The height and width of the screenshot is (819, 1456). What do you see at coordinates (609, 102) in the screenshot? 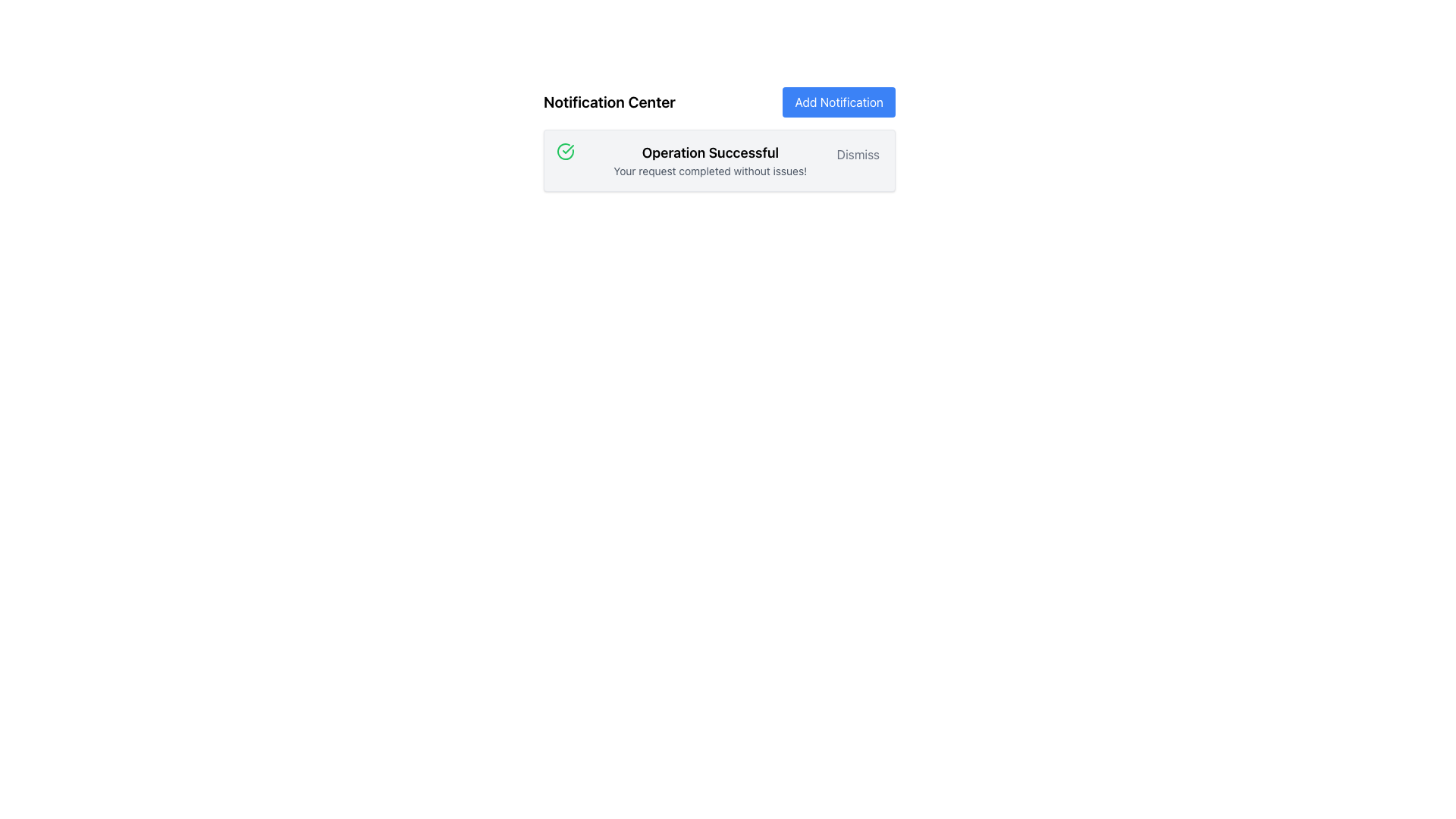
I see `the text label reading 'Notification Center', which is styled in bold with a larger font size, located at the upper left corner of a group, adjacent to the 'Add Notification' button` at bounding box center [609, 102].